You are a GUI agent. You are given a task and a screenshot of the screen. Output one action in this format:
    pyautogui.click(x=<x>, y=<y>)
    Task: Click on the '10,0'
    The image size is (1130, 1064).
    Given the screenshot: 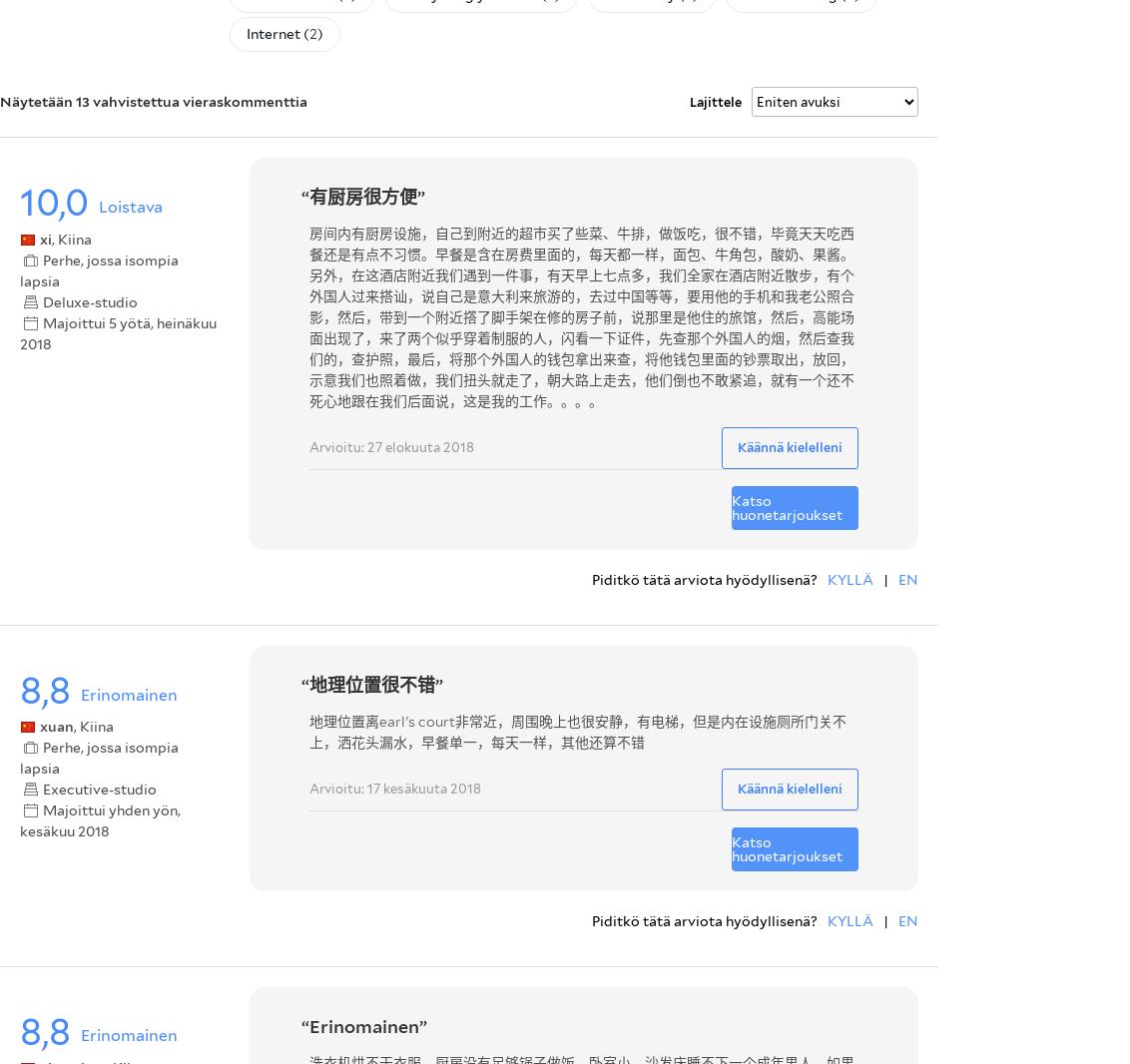 What is the action you would take?
    pyautogui.click(x=54, y=201)
    